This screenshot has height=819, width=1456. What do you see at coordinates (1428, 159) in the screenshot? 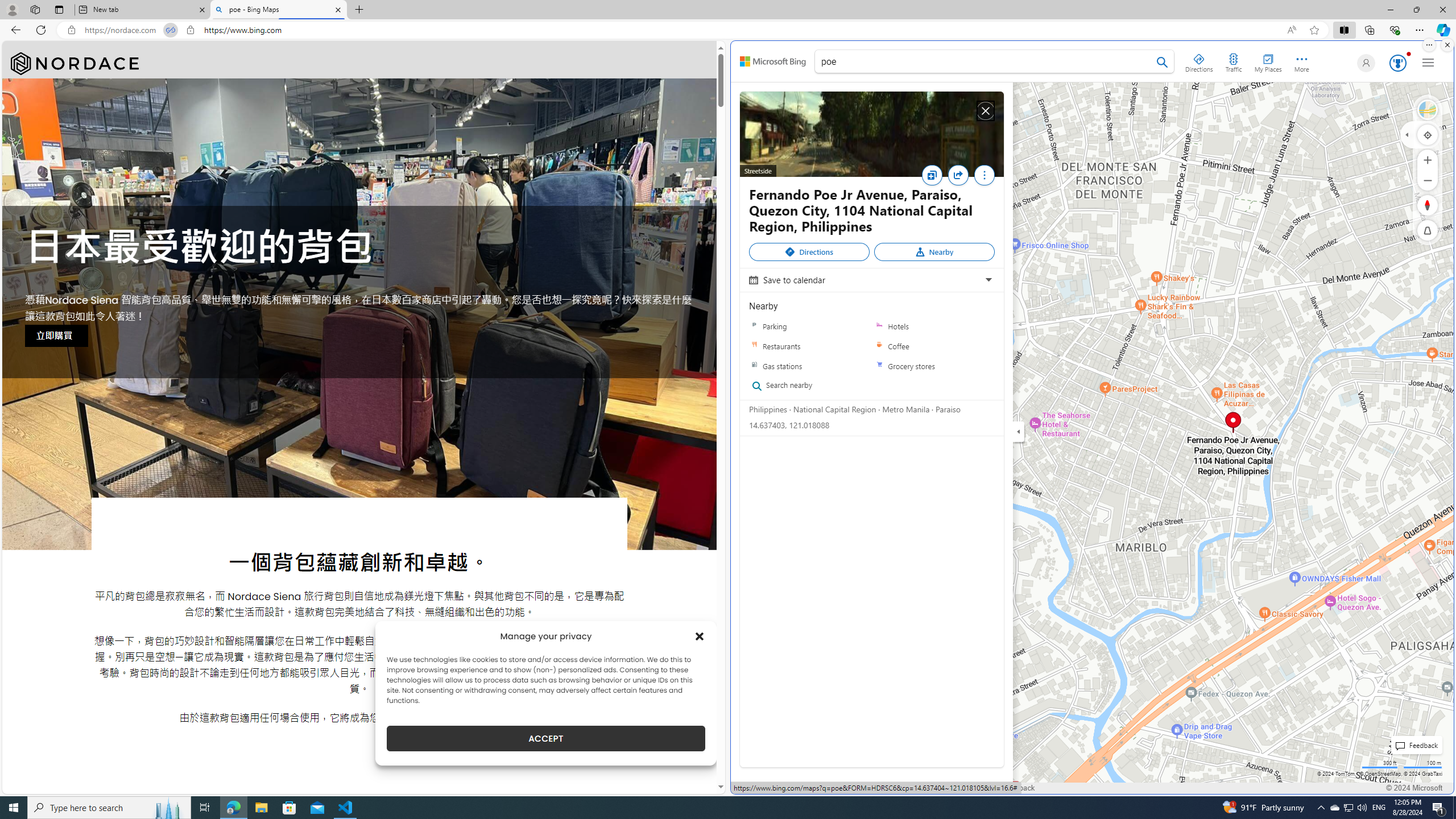
I see `'Zoom In'` at bounding box center [1428, 159].